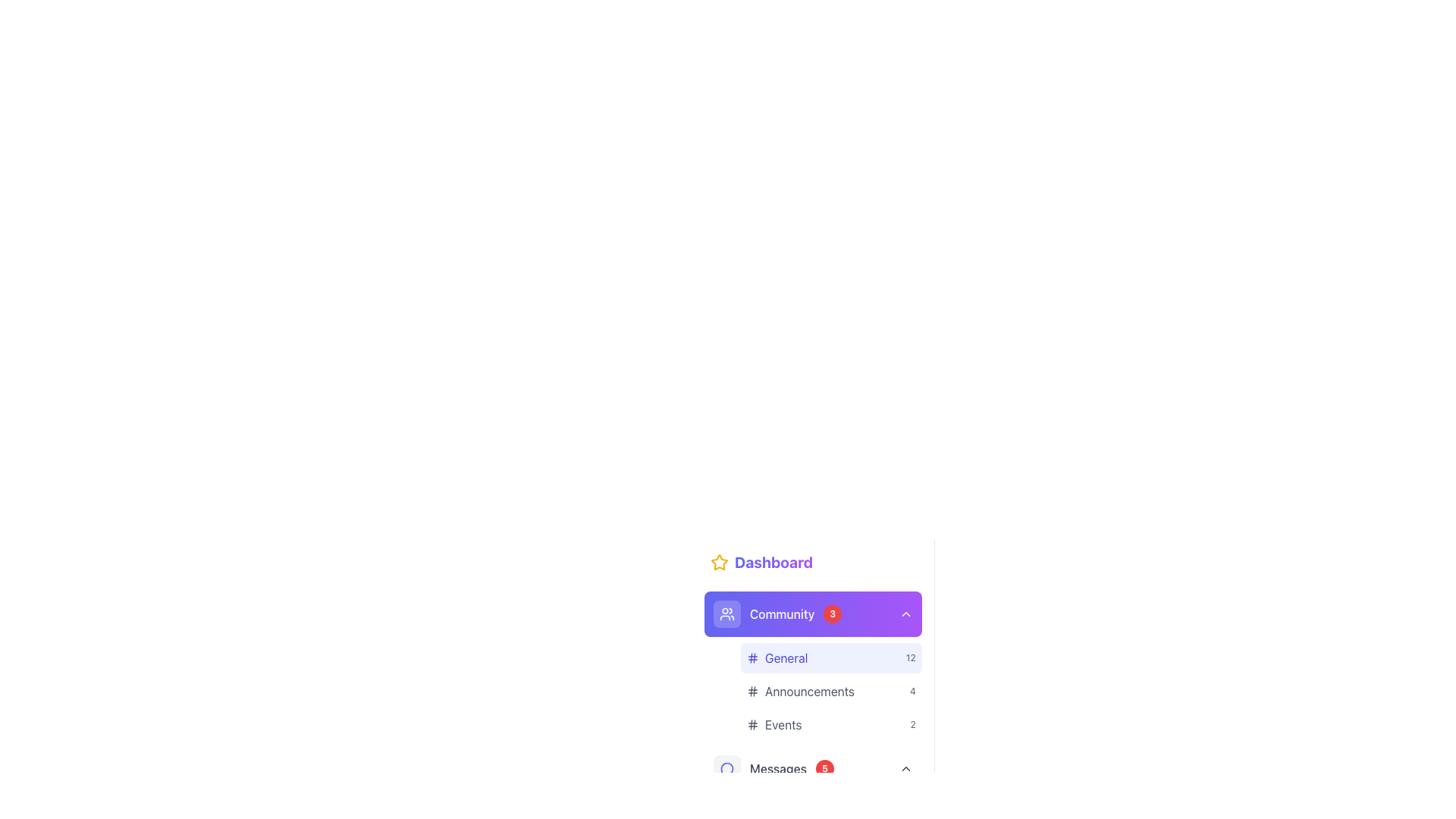 The image size is (1456, 819). Describe the element at coordinates (777, 614) in the screenshot. I see `the 'Community' navigation link with a badge showing the count of three to track the count change for updates` at that location.